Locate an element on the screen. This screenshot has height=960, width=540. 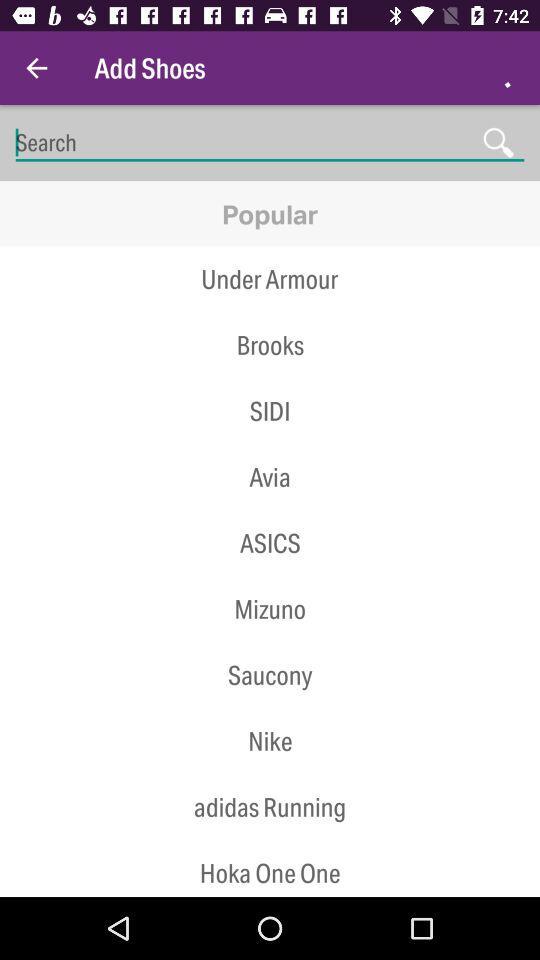
hoka one one is located at coordinates (270, 867).